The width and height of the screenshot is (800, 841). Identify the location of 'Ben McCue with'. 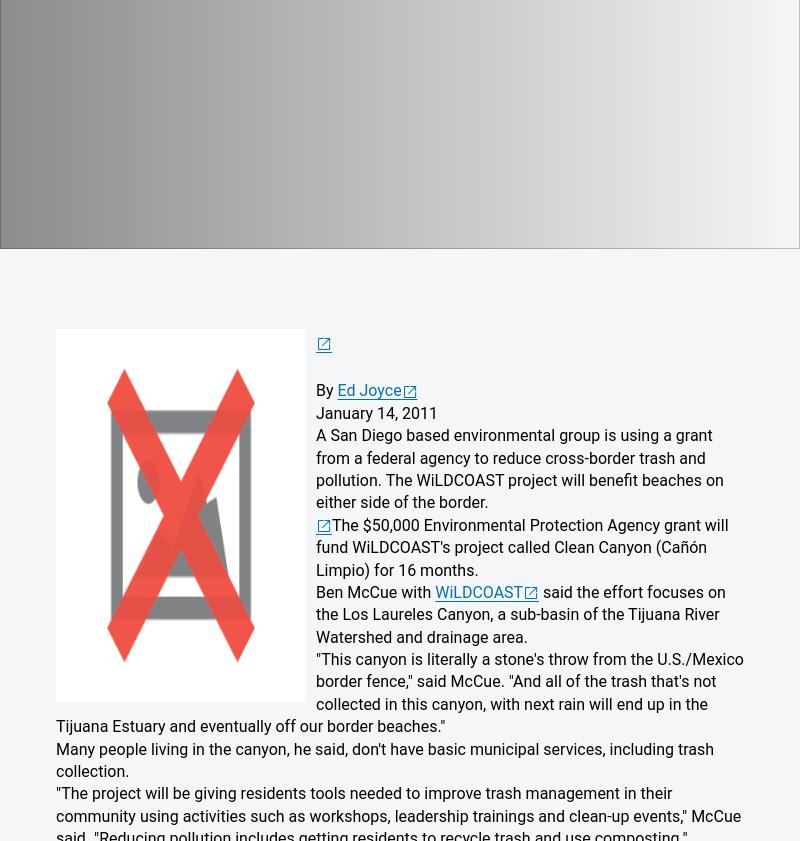
(374, 591).